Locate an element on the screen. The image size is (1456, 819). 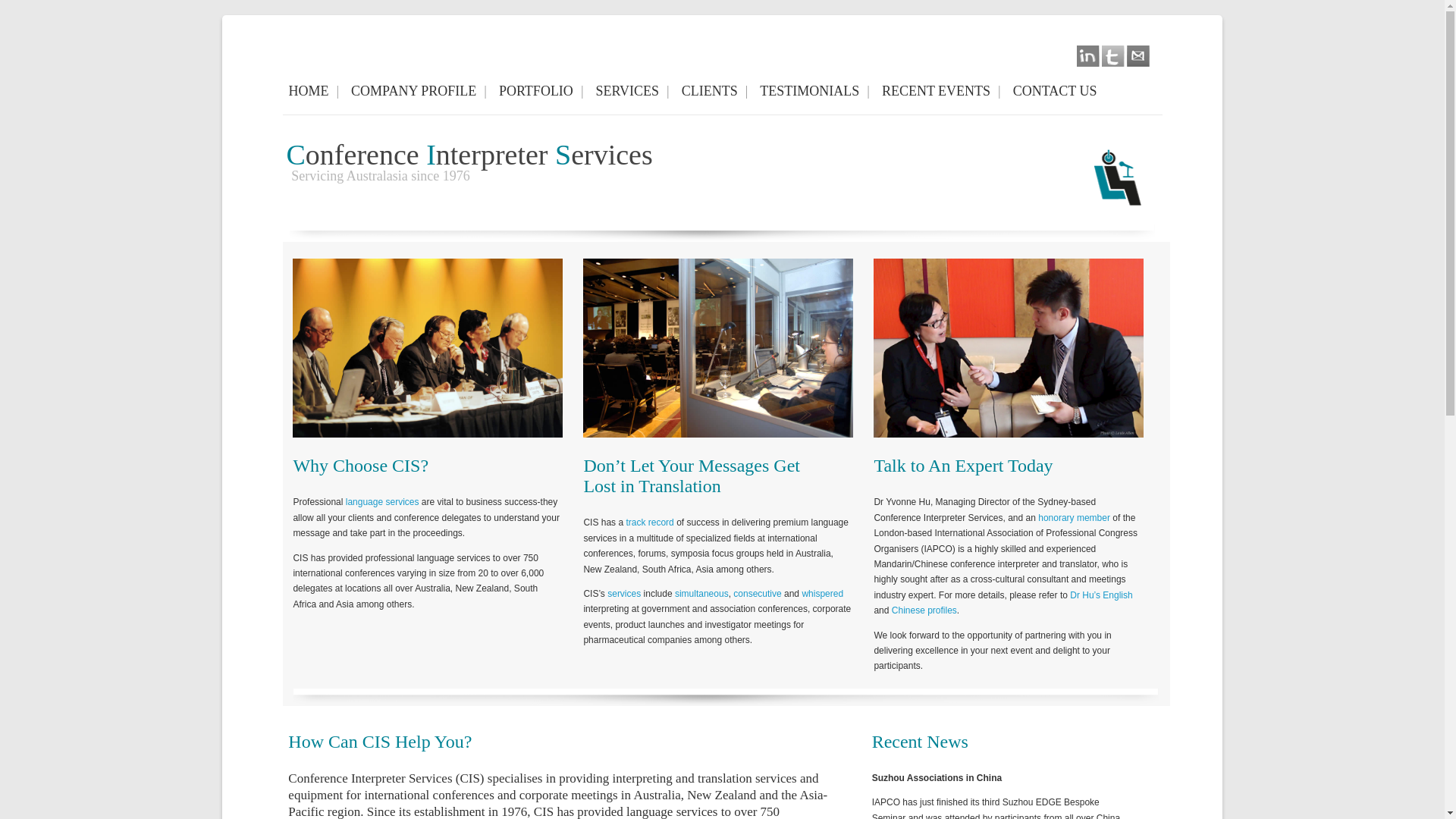
'HOME' is located at coordinates (282, 91).